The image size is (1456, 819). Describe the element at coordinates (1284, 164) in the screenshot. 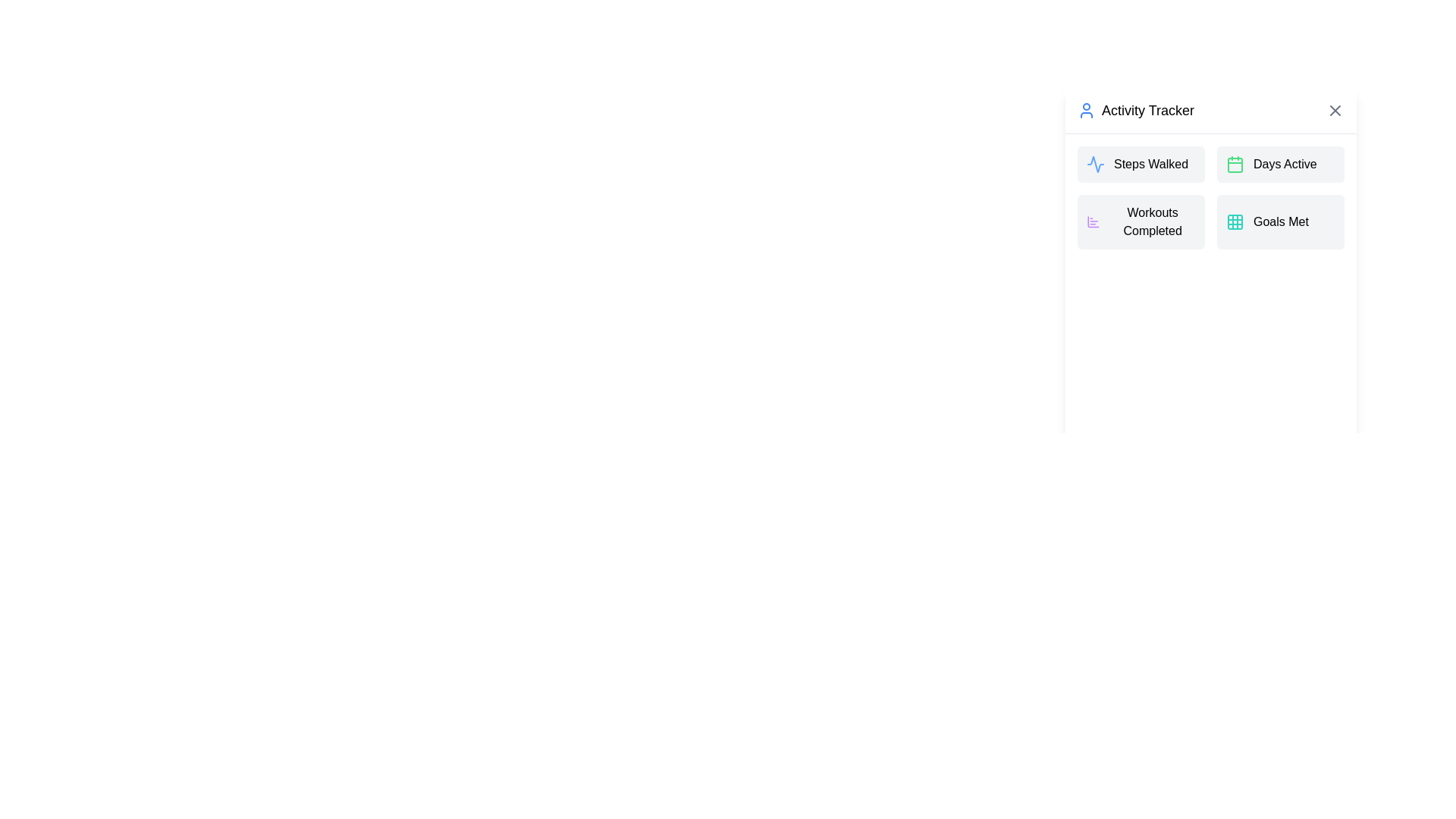

I see `the 'Days Active' label in the tile block located in the second column, first row, next to the green calendar icon` at that location.